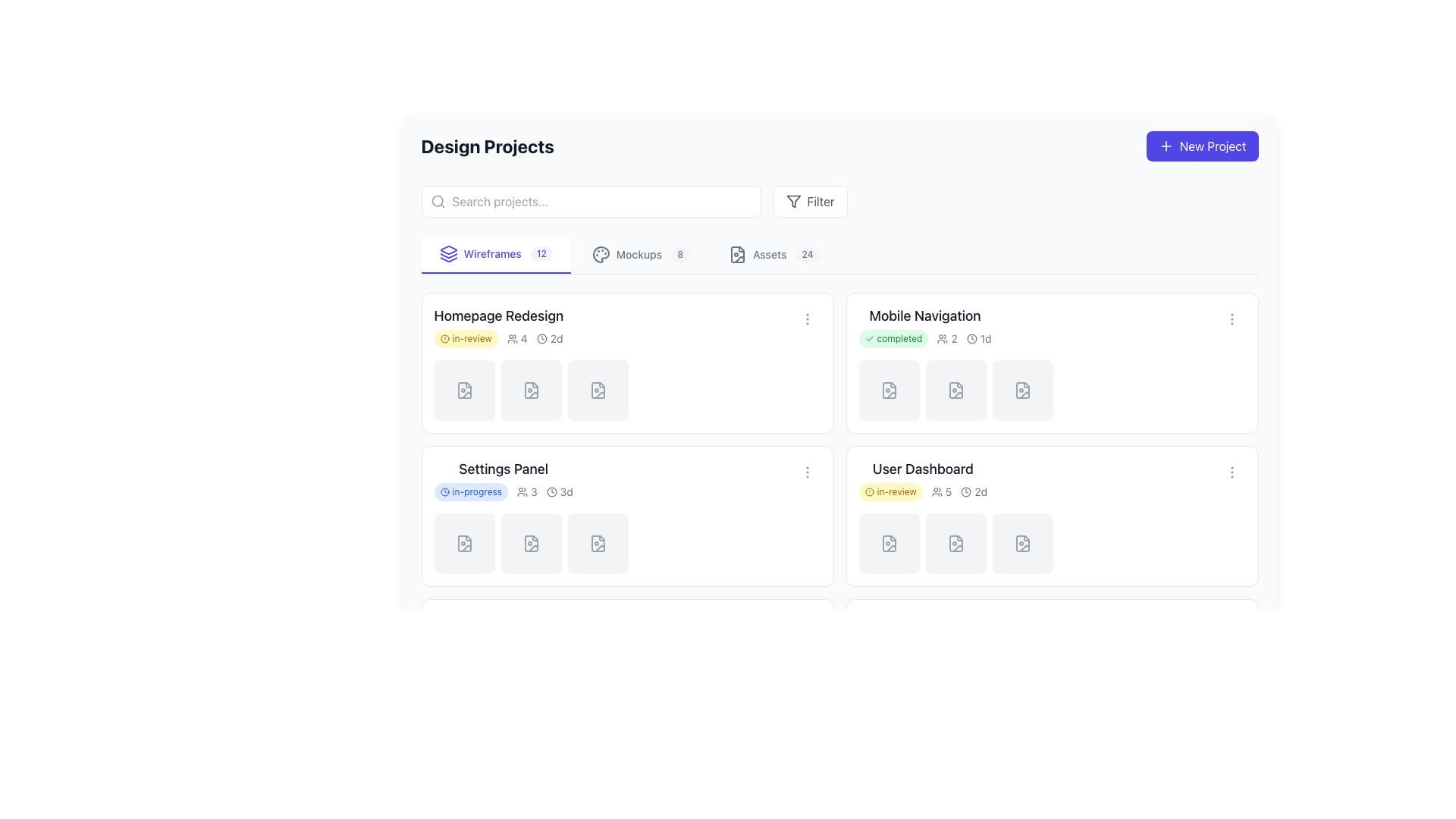  I want to click on the informational label element that consists of a clock icon and the text '1d', located in the 'Mobile Navigation' section, aligned to the right of the user count, so click(979, 338).